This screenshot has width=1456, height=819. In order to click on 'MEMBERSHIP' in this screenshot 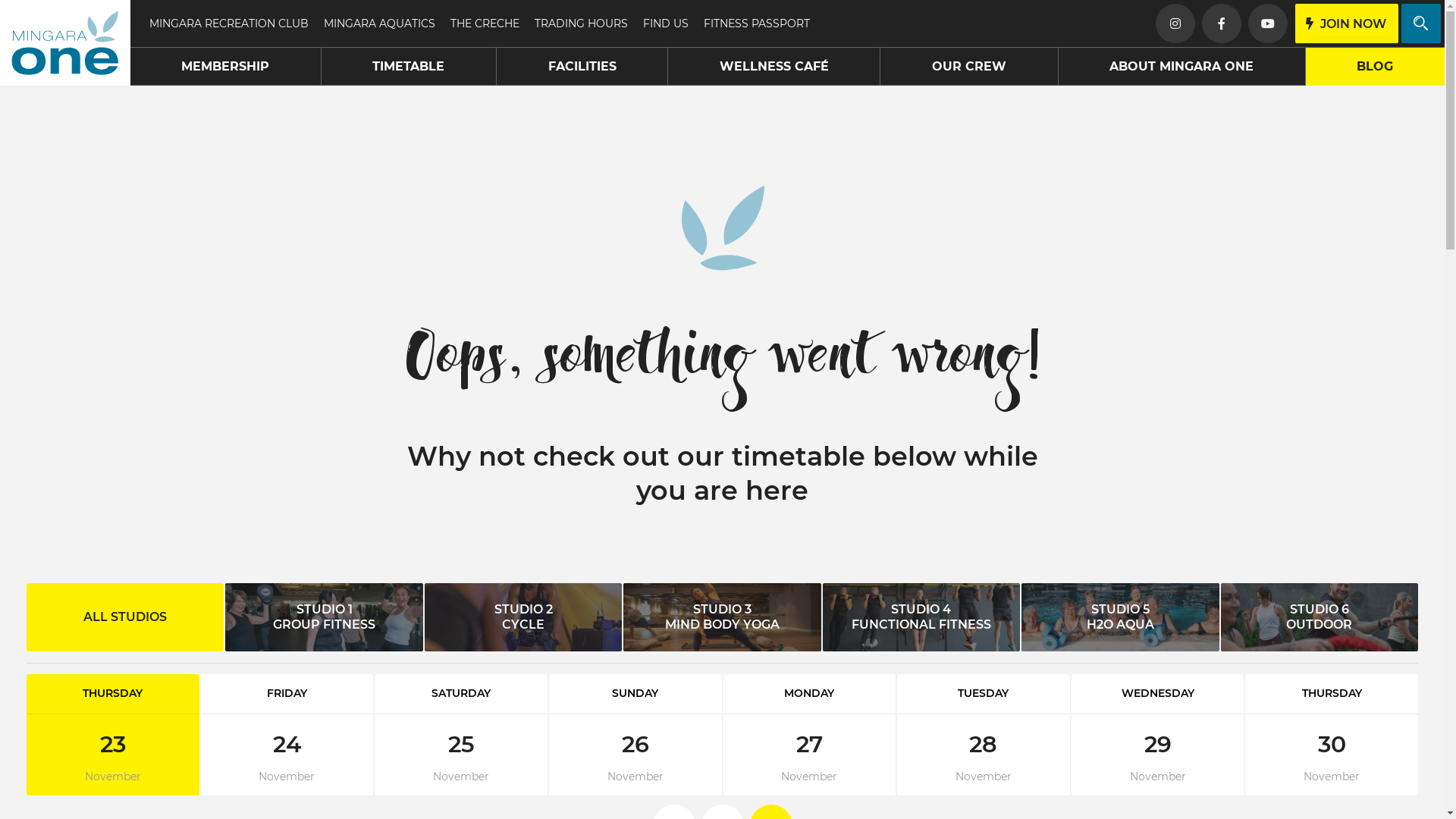, I will do `click(224, 66)`.